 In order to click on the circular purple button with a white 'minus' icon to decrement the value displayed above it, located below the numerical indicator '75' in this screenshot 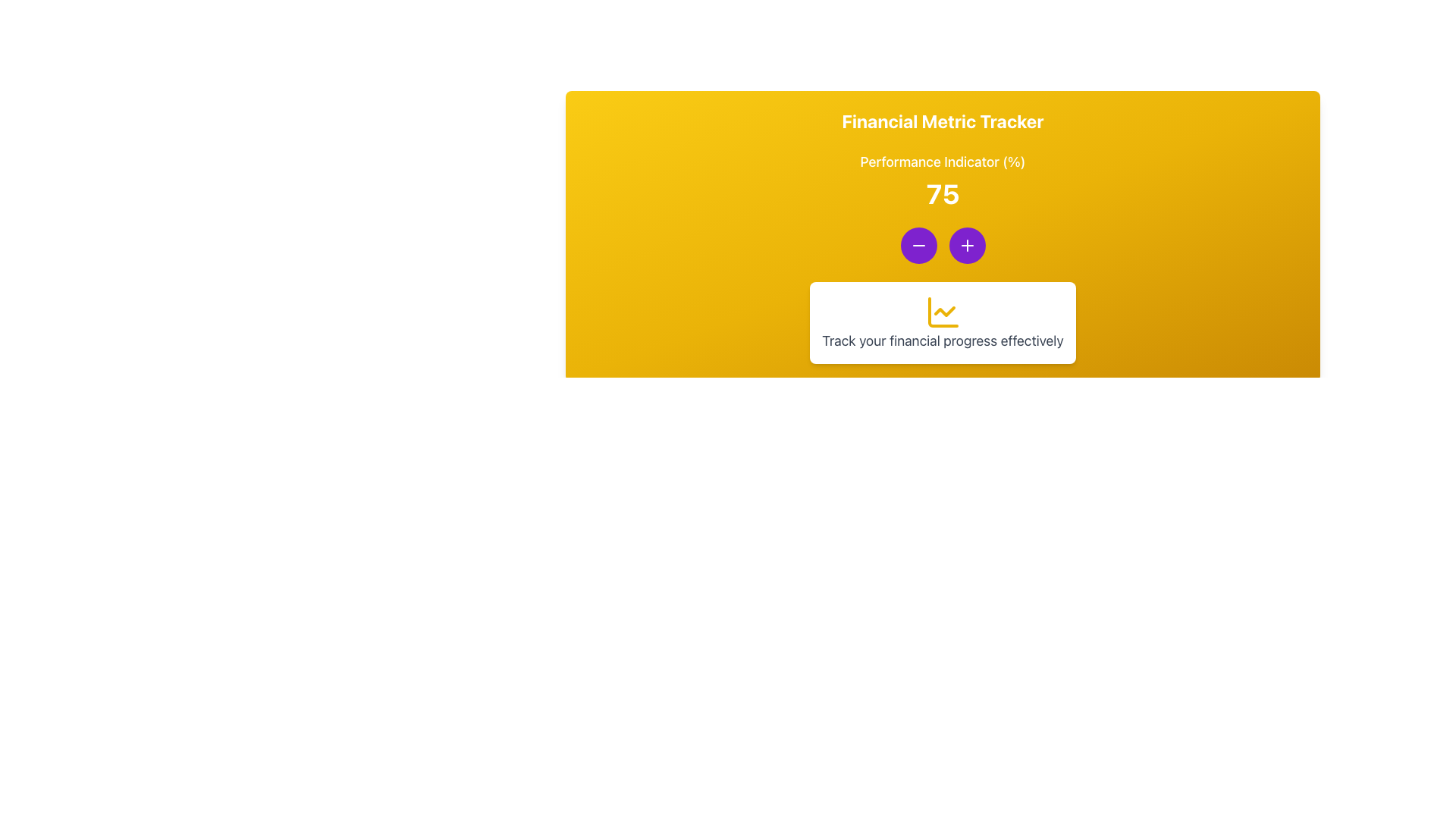, I will do `click(918, 245)`.